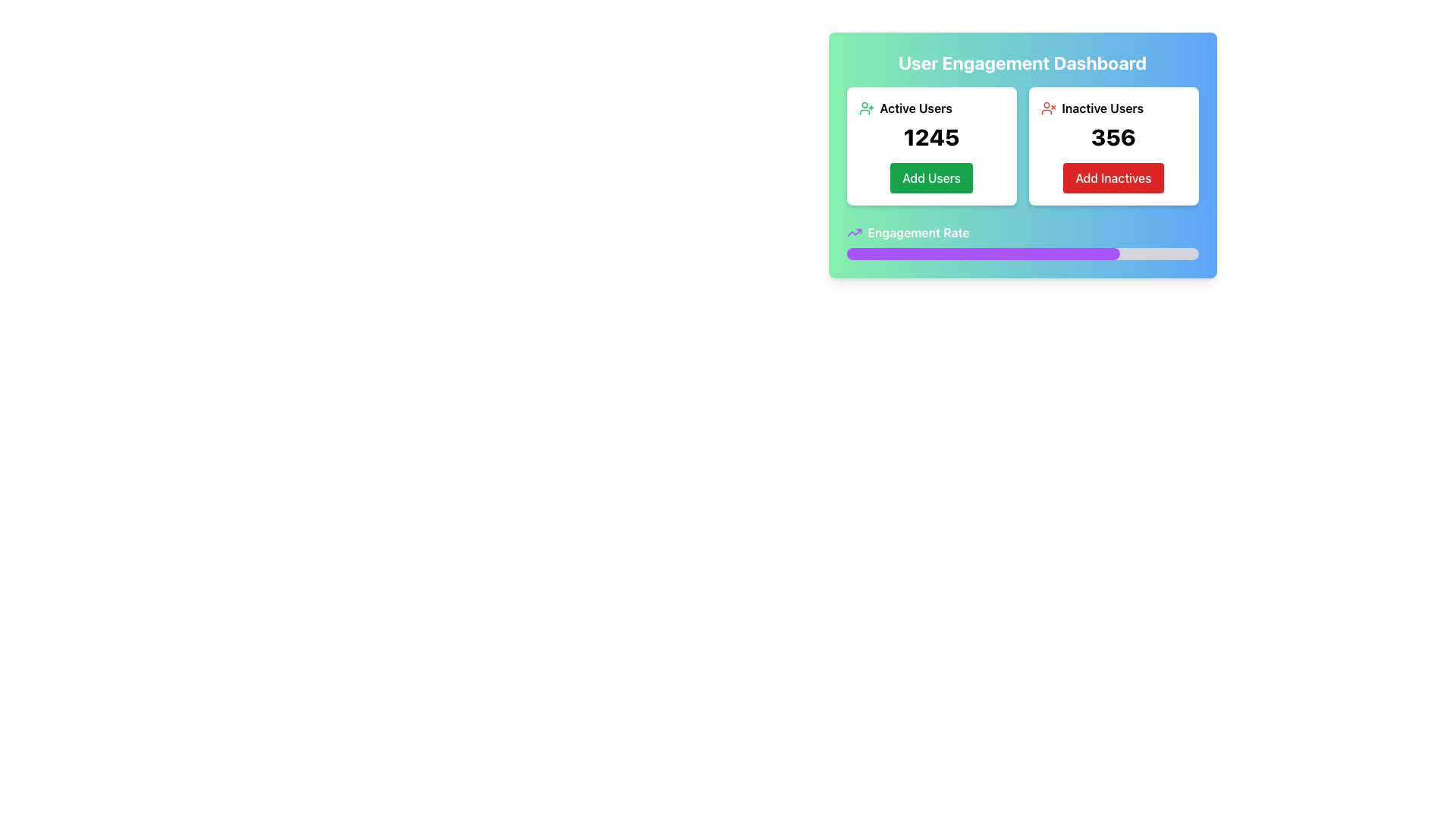 This screenshot has height=819, width=1456. What do you see at coordinates (1113, 177) in the screenshot?
I see `the prominent red button labeled 'Add Inactives' located at the bottom of the inactive users panel` at bounding box center [1113, 177].